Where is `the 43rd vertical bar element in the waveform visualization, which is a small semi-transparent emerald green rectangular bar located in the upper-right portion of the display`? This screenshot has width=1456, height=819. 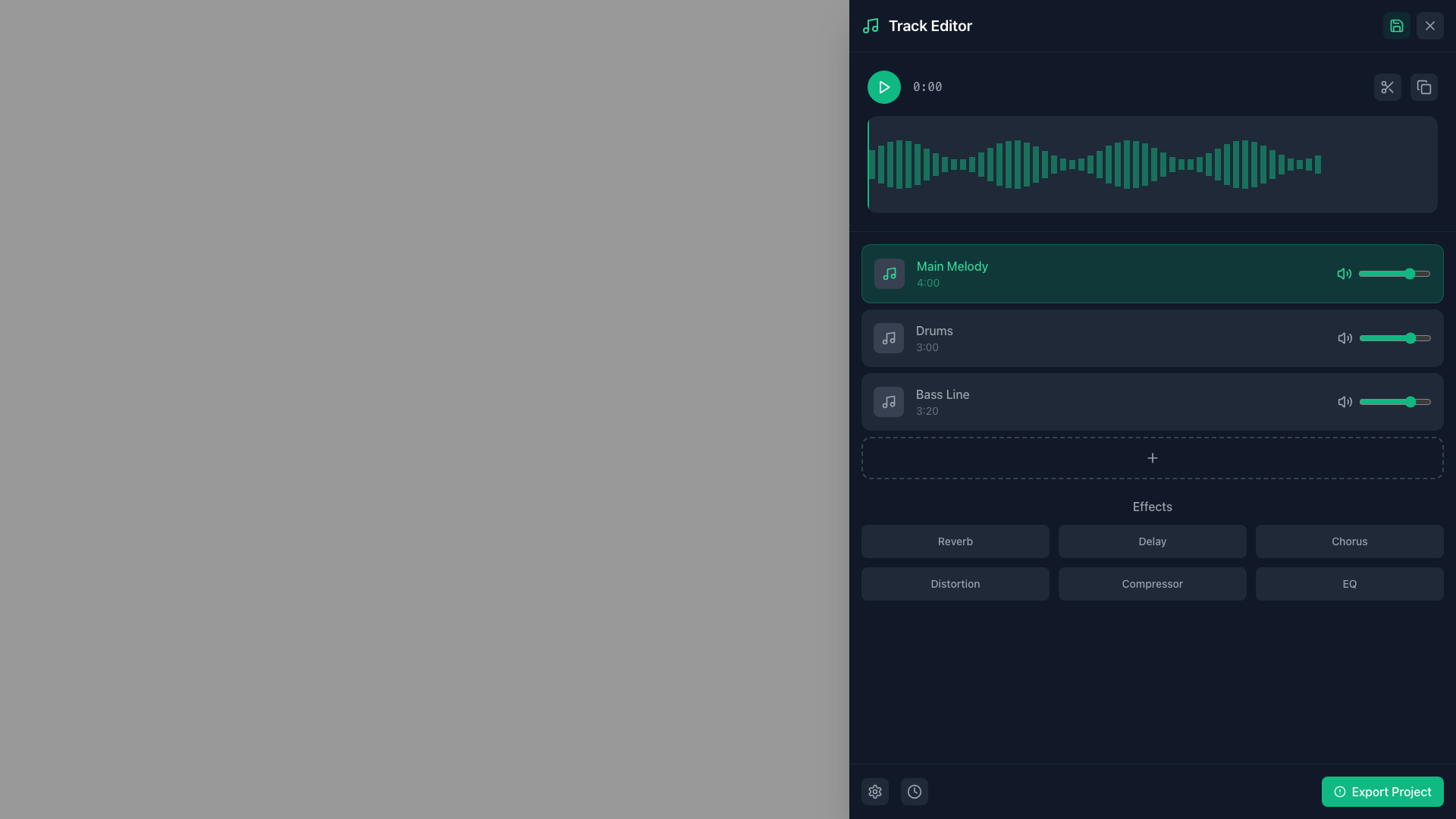 the 43rd vertical bar element in the waveform visualization, which is a small semi-transparent emerald green rectangular bar located in the upper-right portion of the display is located at coordinates (1272, 164).